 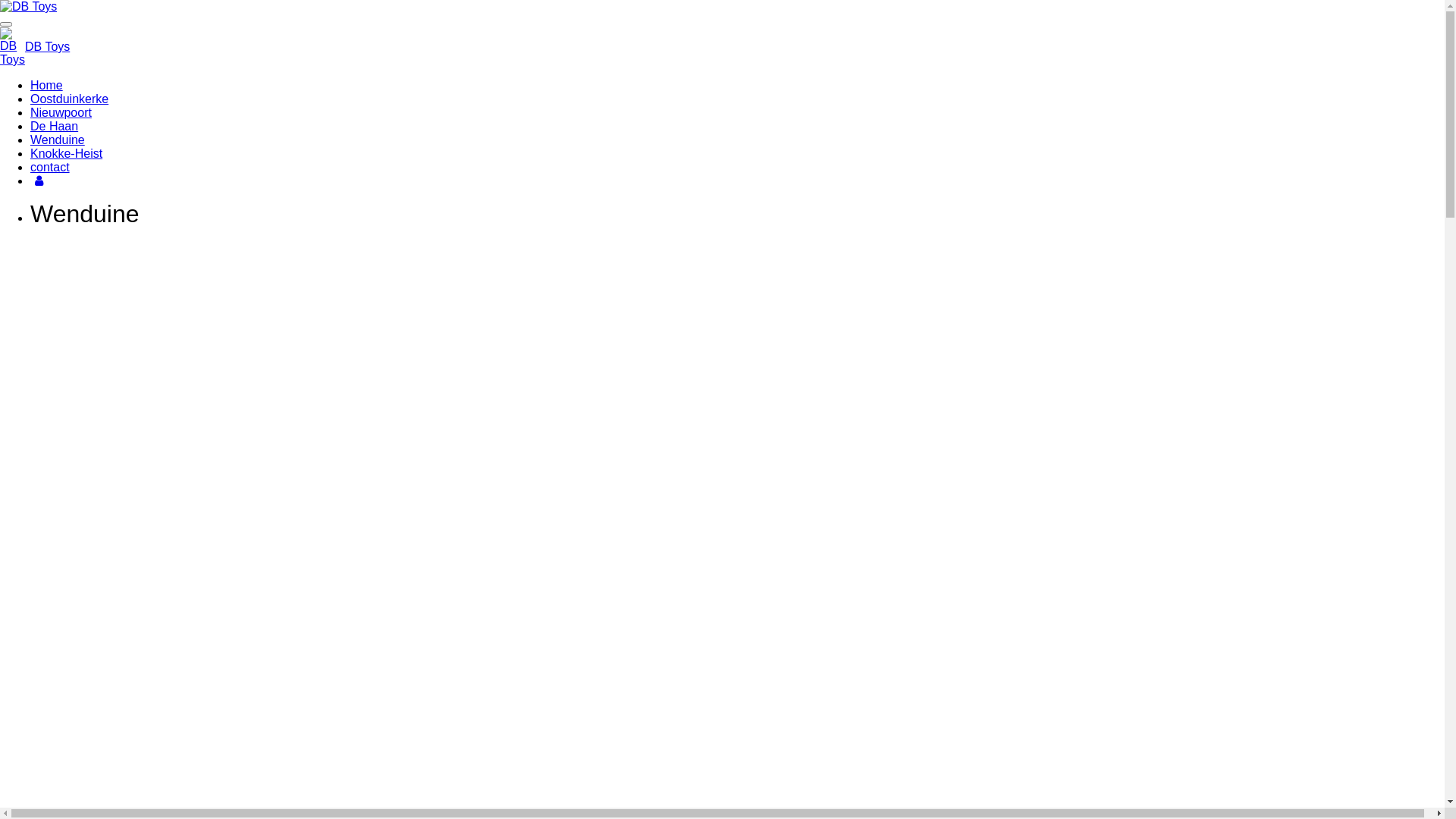 What do you see at coordinates (54, 125) in the screenshot?
I see `'De Haan'` at bounding box center [54, 125].